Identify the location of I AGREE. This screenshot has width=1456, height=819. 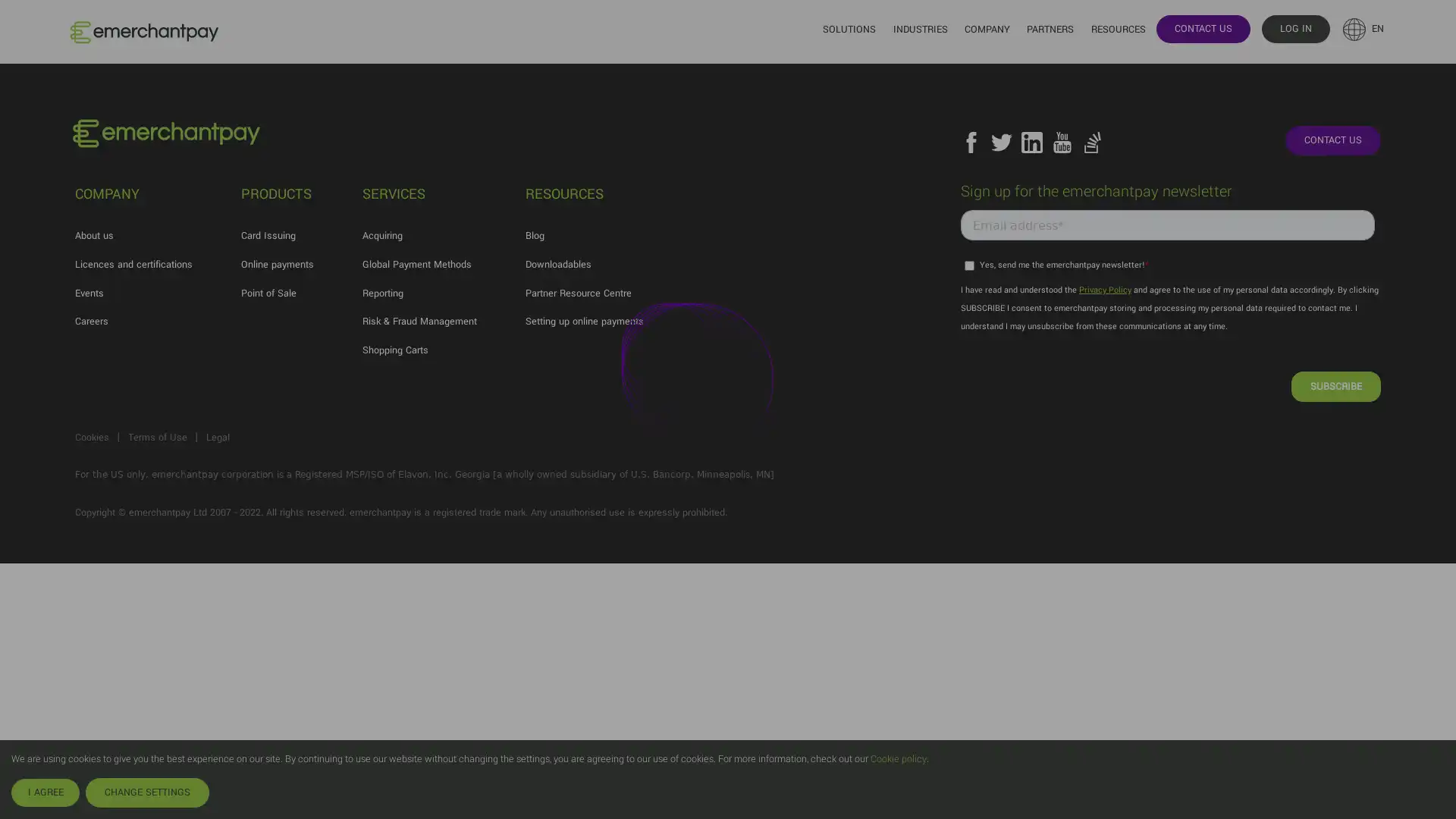
(45, 792).